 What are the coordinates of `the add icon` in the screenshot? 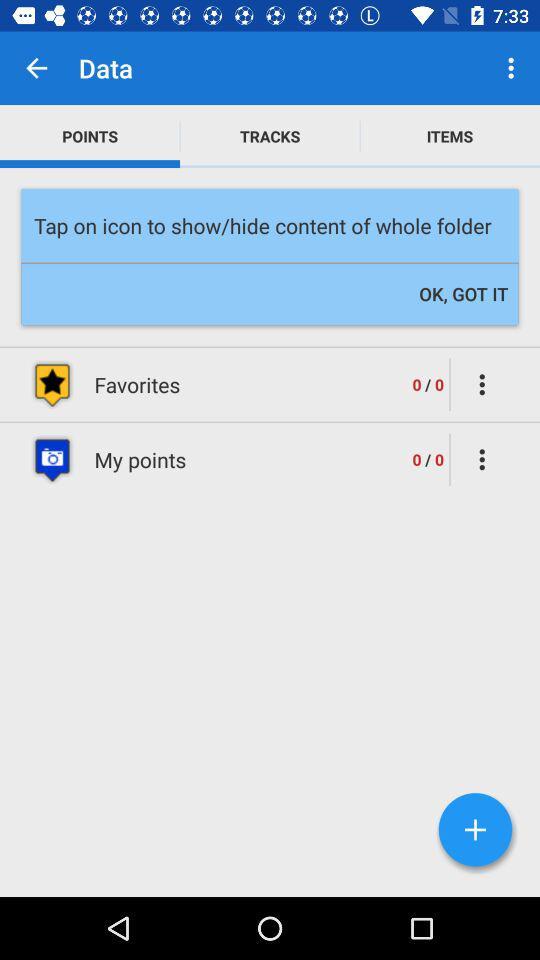 It's located at (474, 829).